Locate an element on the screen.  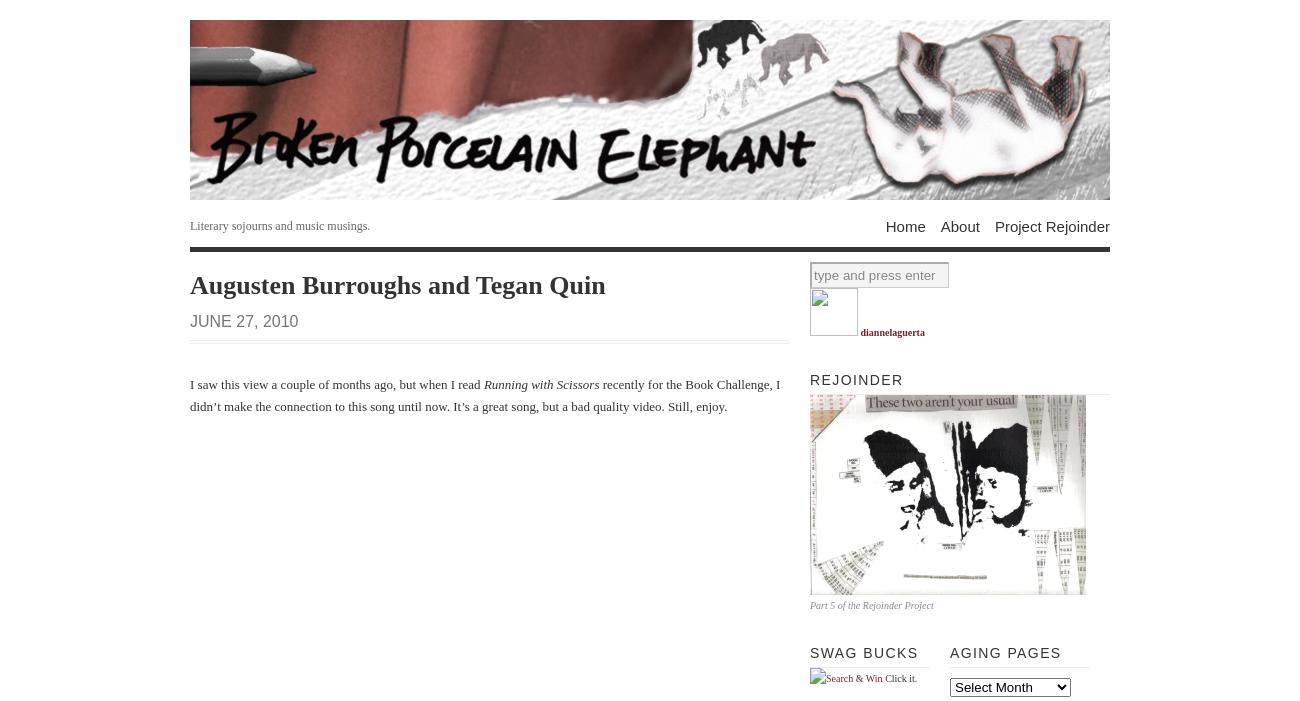
'Augusten Burroughs and Tegan Quin' is located at coordinates (397, 284).